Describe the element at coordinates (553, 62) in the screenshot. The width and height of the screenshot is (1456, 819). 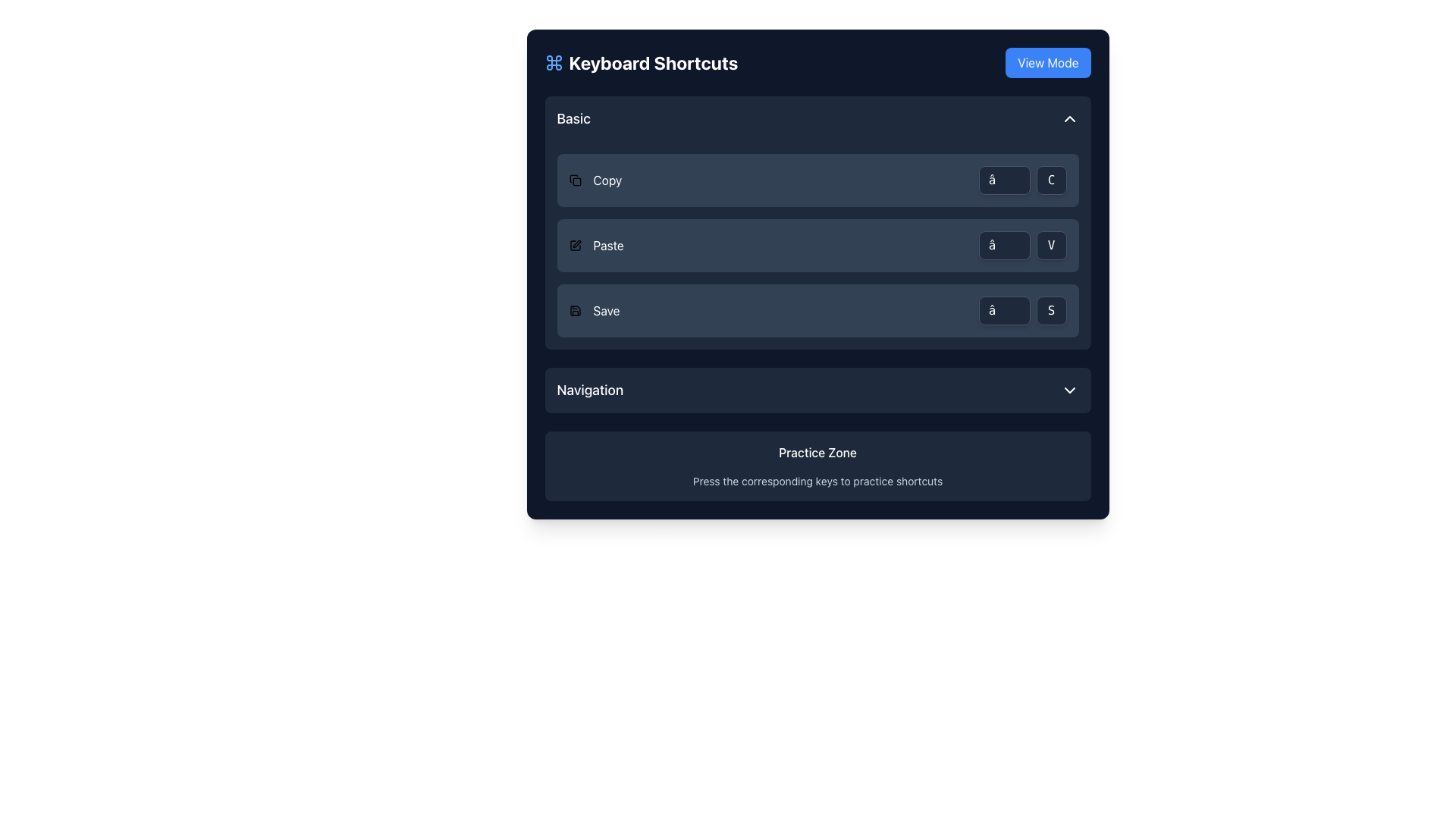
I see `the decorative graphic icon located at the top-left corner of the modal, next to the 'Keyboard Shortcuts' title` at that location.